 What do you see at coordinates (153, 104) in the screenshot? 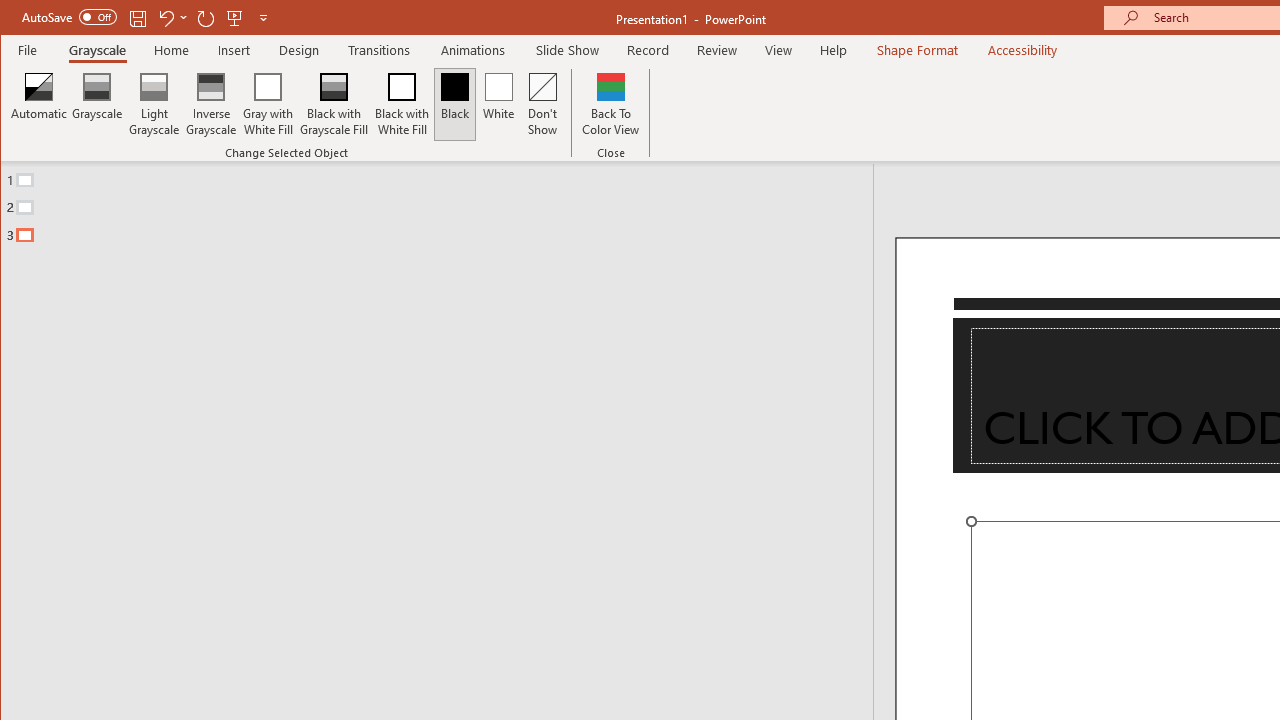
I see `'Light Grayscale'` at bounding box center [153, 104].